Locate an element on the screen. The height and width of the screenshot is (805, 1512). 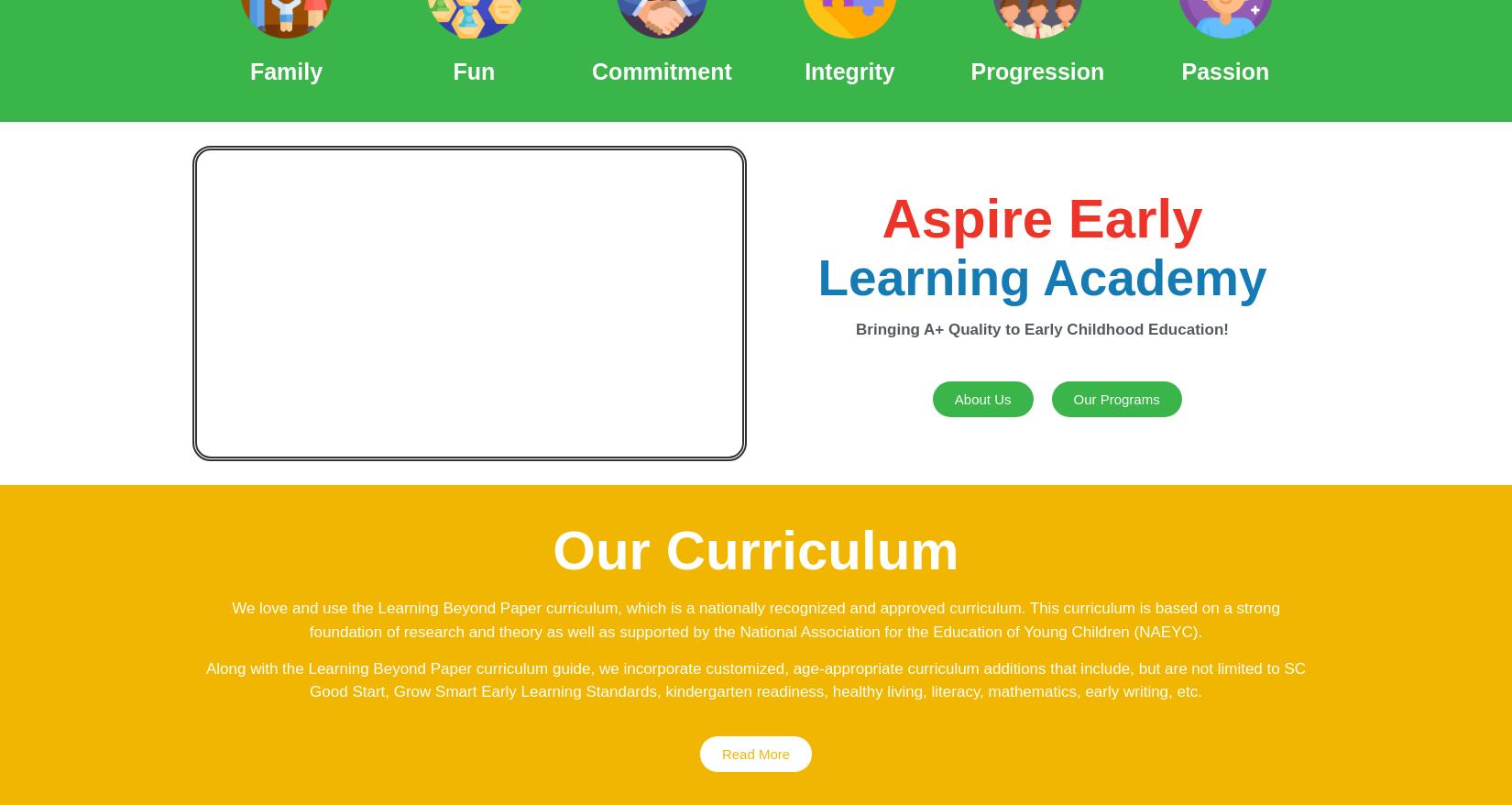
'Bringing A+ Quality to Early Childhood Education!' is located at coordinates (1042, 327).